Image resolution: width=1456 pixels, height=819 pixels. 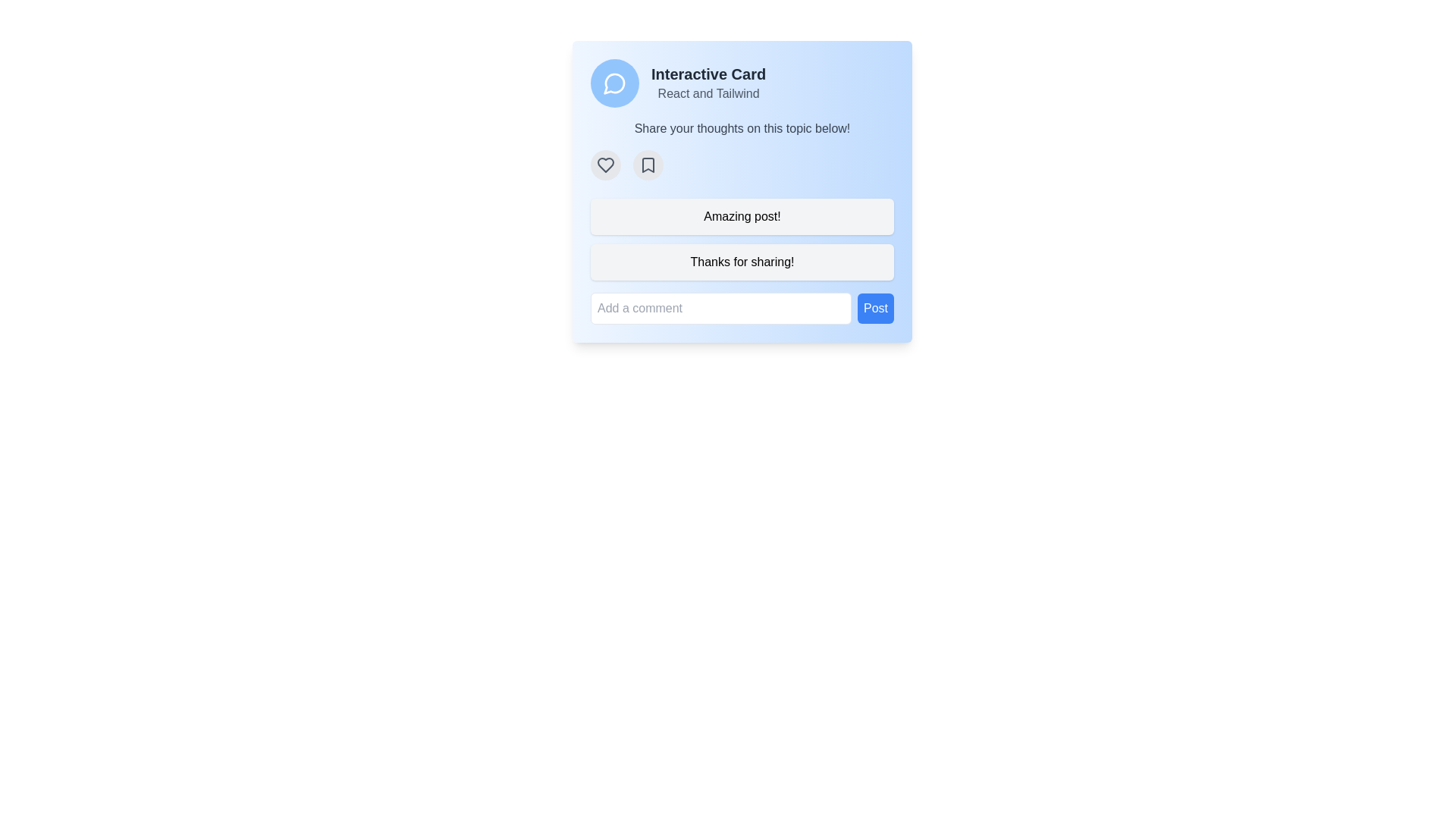 What do you see at coordinates (648, 165) in the screenshot?
I see `the bookmark icon located within a circular button on the left side of the blue card's top area to bookmark` at bounding box center [648, 165].